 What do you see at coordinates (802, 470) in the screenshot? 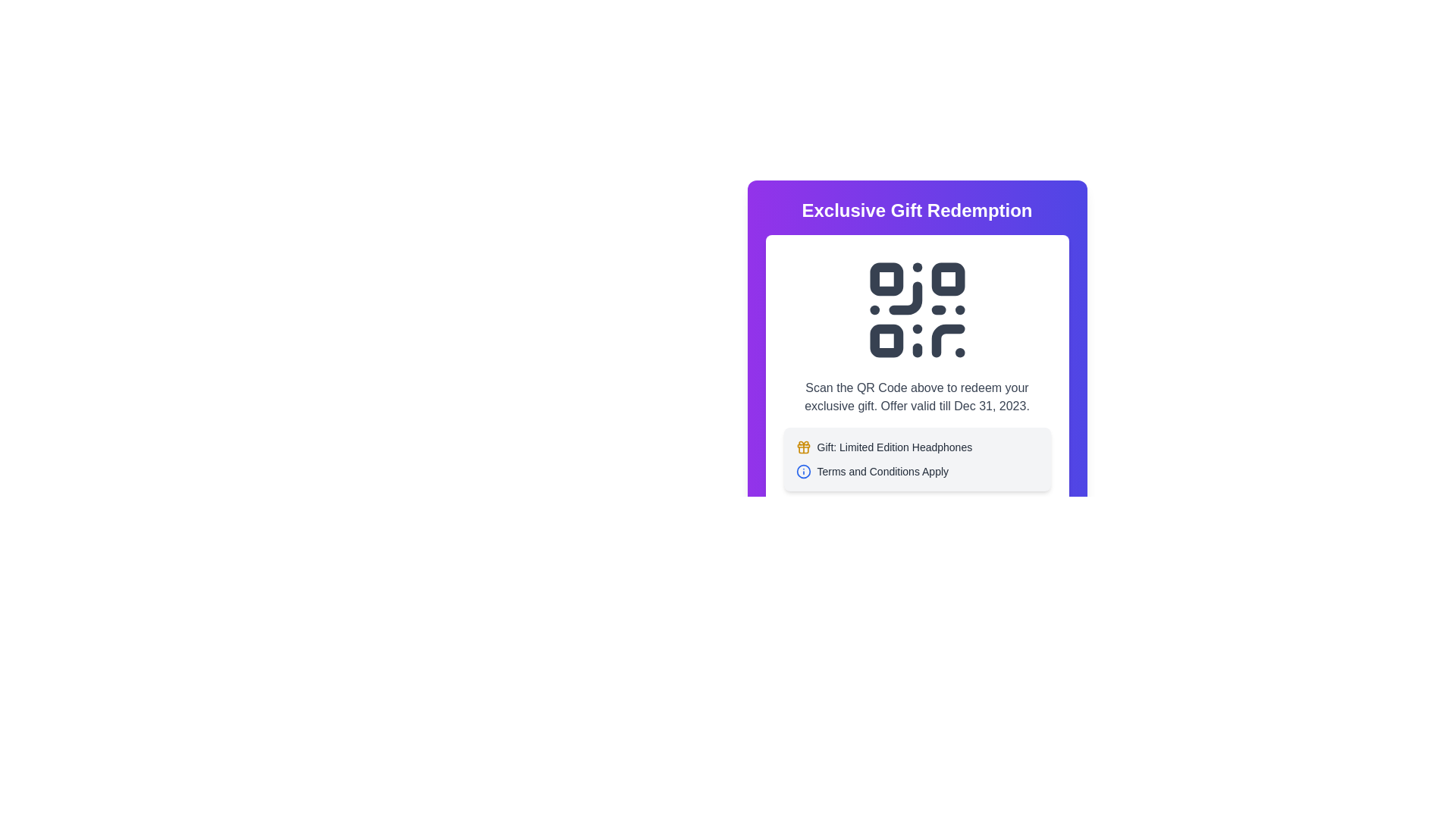
I see `the informational marker icon located to the left of the text 'Terms and Conditions Apply'` at bounding box center [802, 470].